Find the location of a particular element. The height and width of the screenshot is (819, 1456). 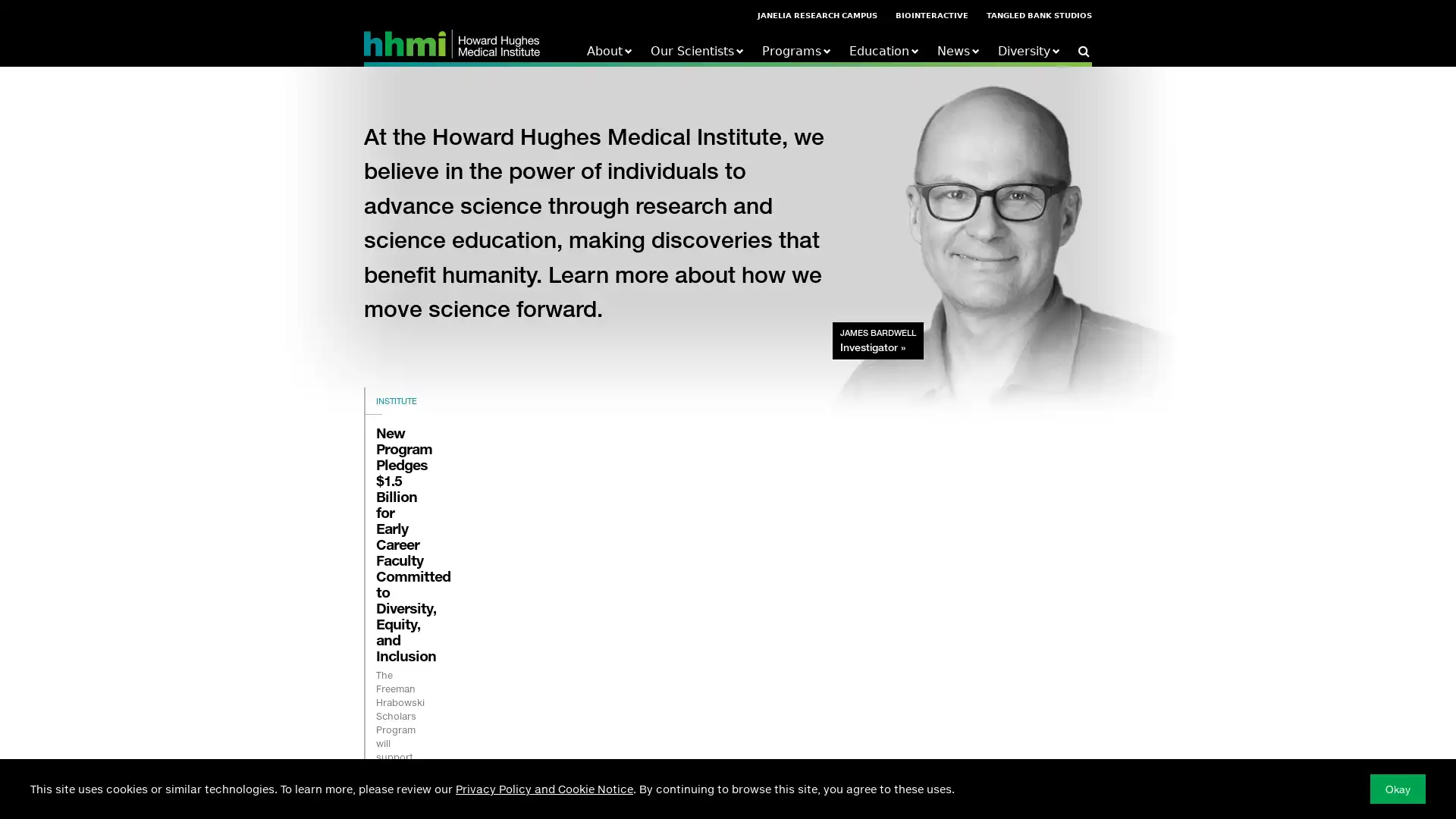

Okay is located at coordinates (1397, 788).